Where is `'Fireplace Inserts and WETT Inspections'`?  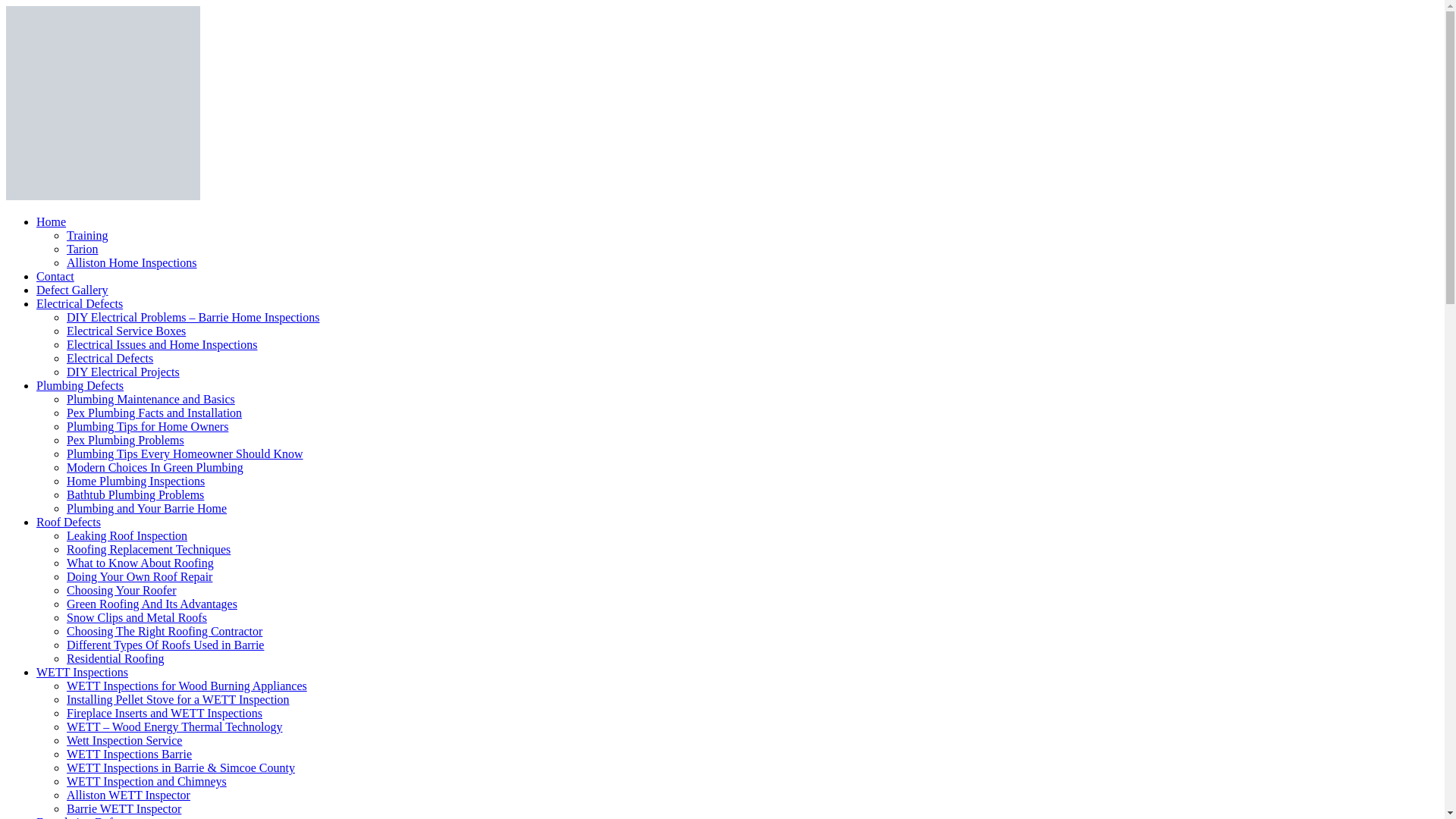
'Fireplace Inserts and WETT Inspections' is located at coordinates (164, 713).